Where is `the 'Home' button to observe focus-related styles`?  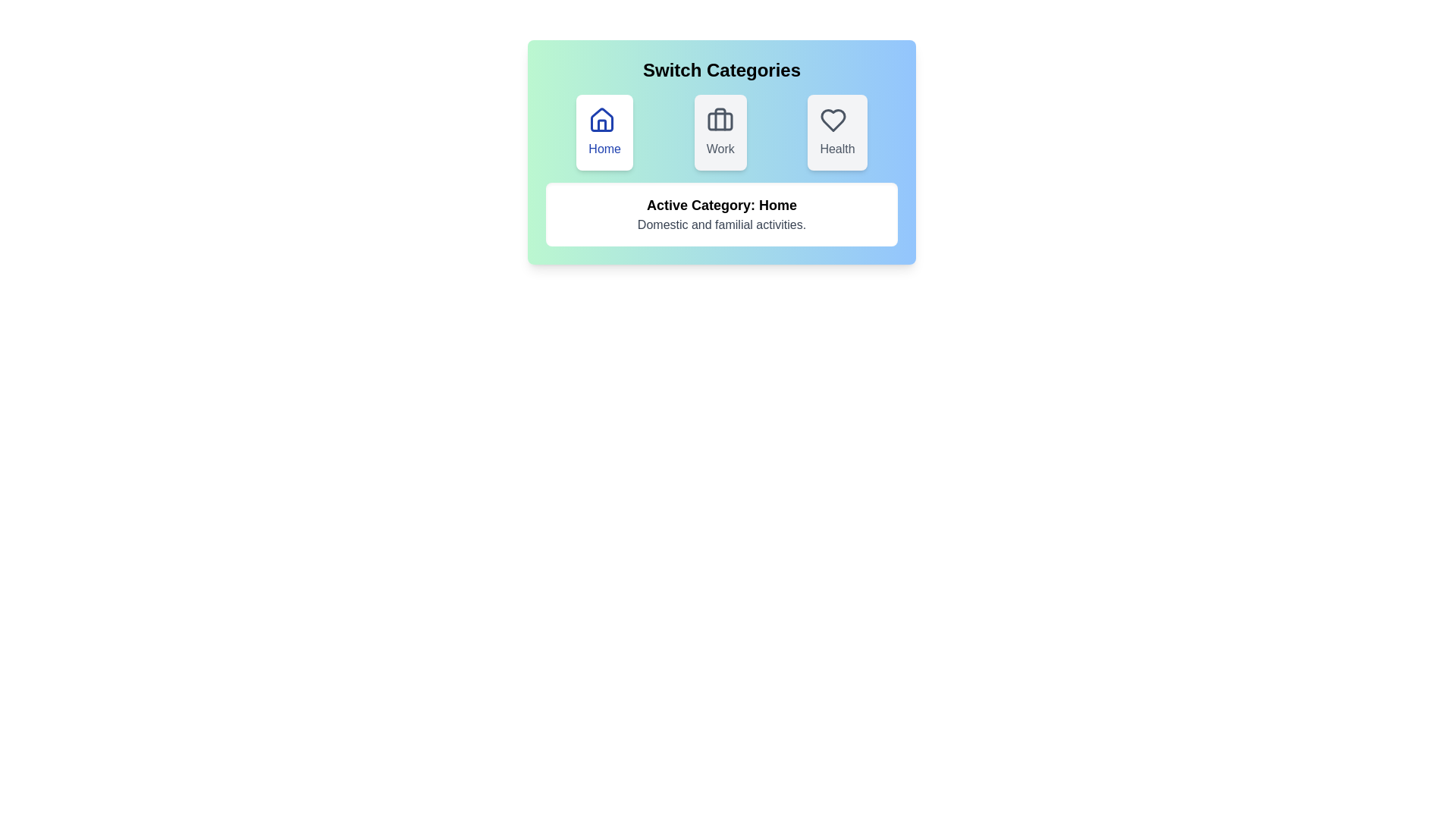
the 'Home' button to observe focus-related styles is located at coordinates (603, 131).